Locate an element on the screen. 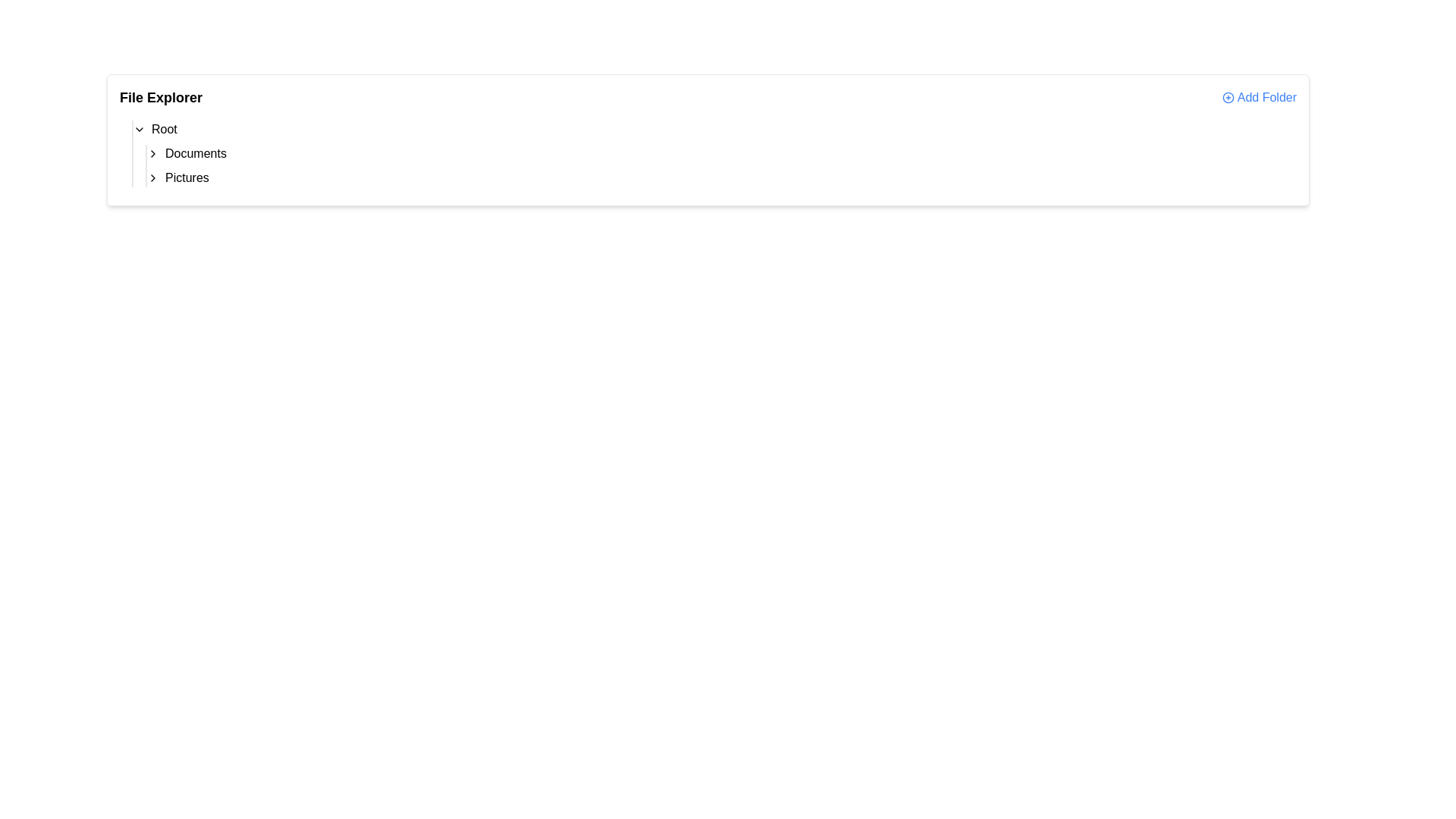 This screenshot has height=819, width=1456. the Dropdown indicator icon located next to the 'Root' text label in the file explorer UI is located at coordinates (139, 128).